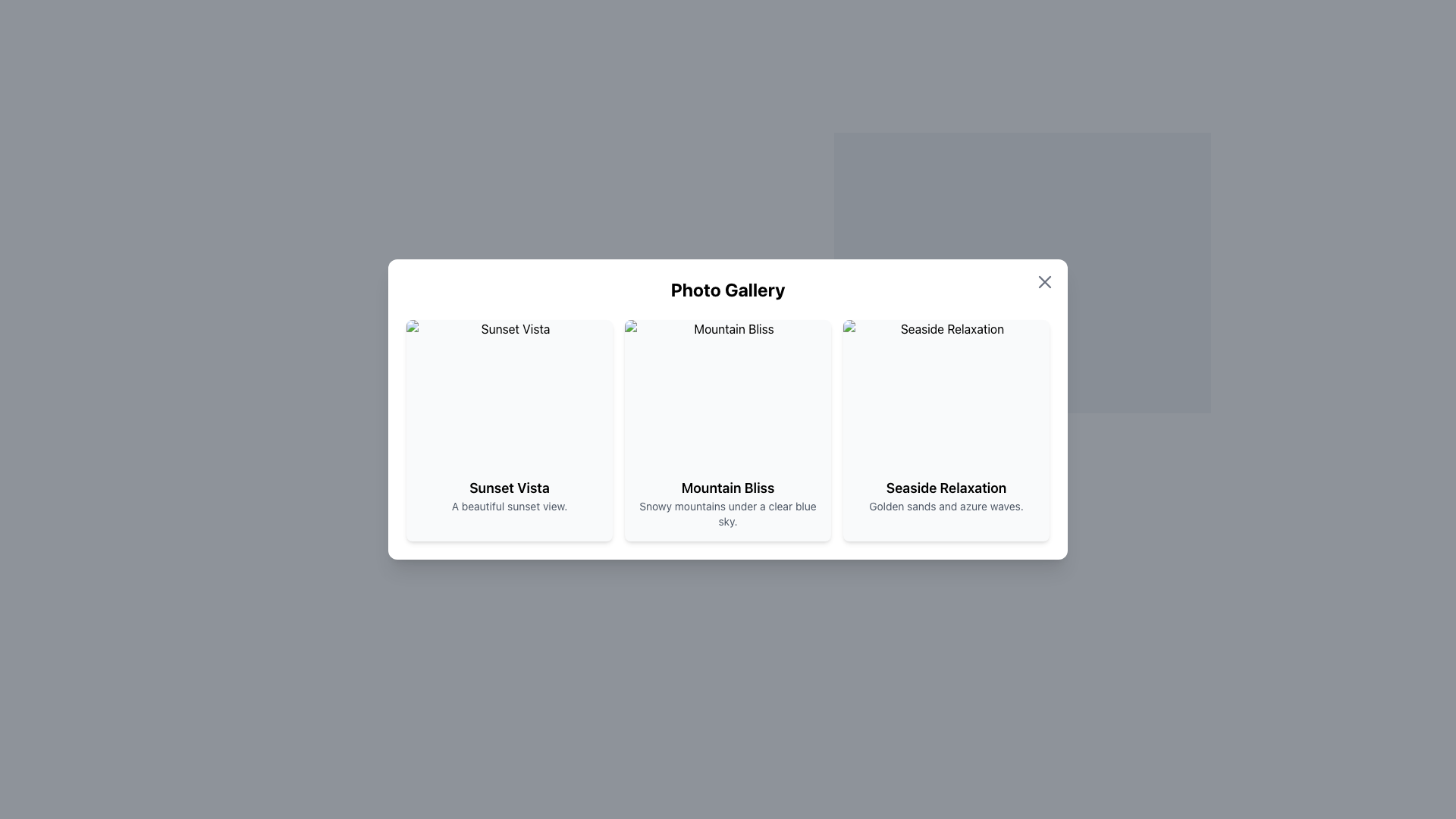 The height and width of the screenshot is (819, 1456). Describe the element at coordinates (510, 391) in the screenshot. I see `the image display area for the 'Sunset Vista' entry in the photo gallery, located at the top part of a card in the leftmost position of the modal titled 'Photo Gallery'` at that location.